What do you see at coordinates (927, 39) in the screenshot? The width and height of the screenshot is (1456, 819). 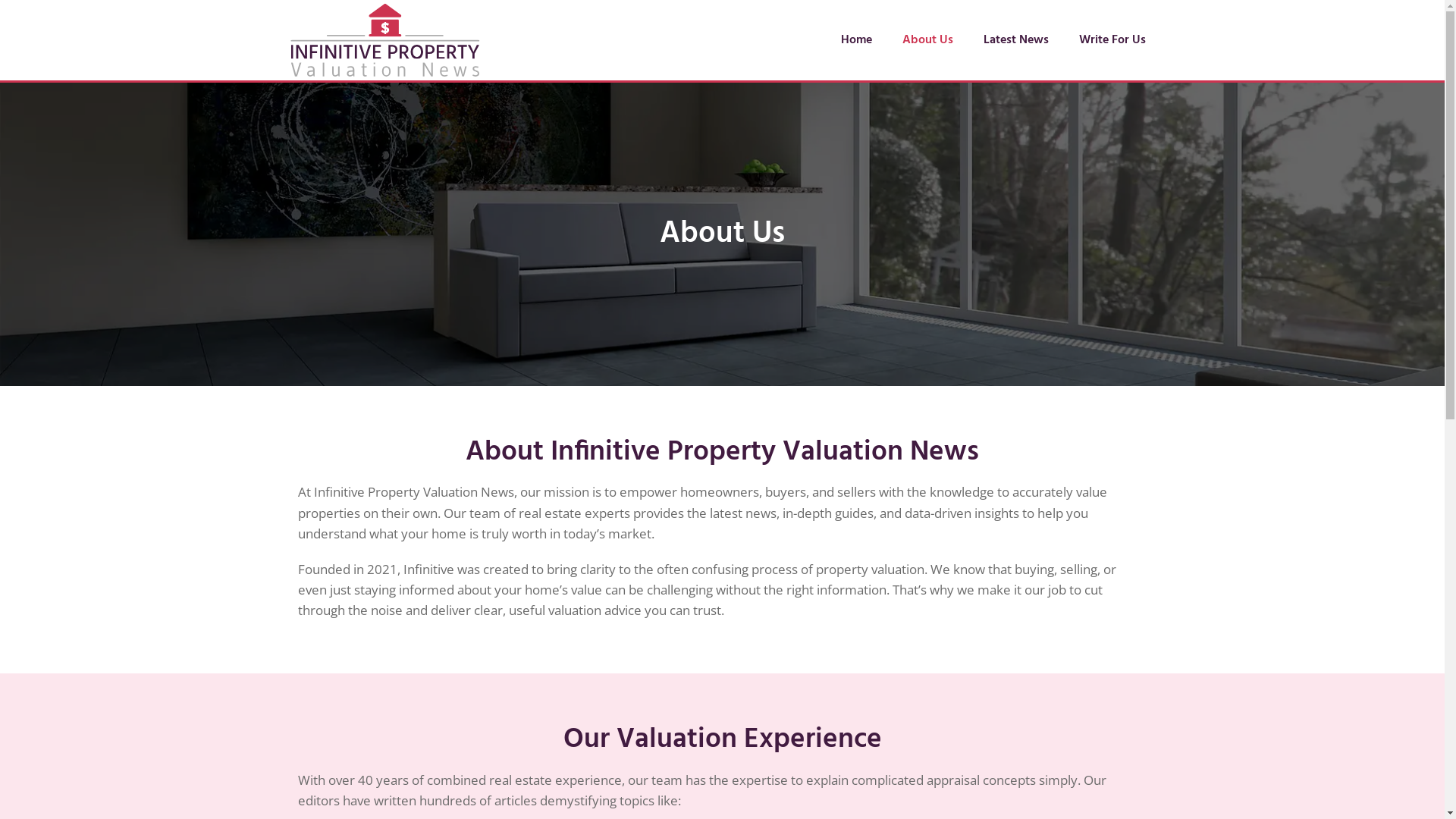 I see `'About Us'` at bounding box center [927, 39].